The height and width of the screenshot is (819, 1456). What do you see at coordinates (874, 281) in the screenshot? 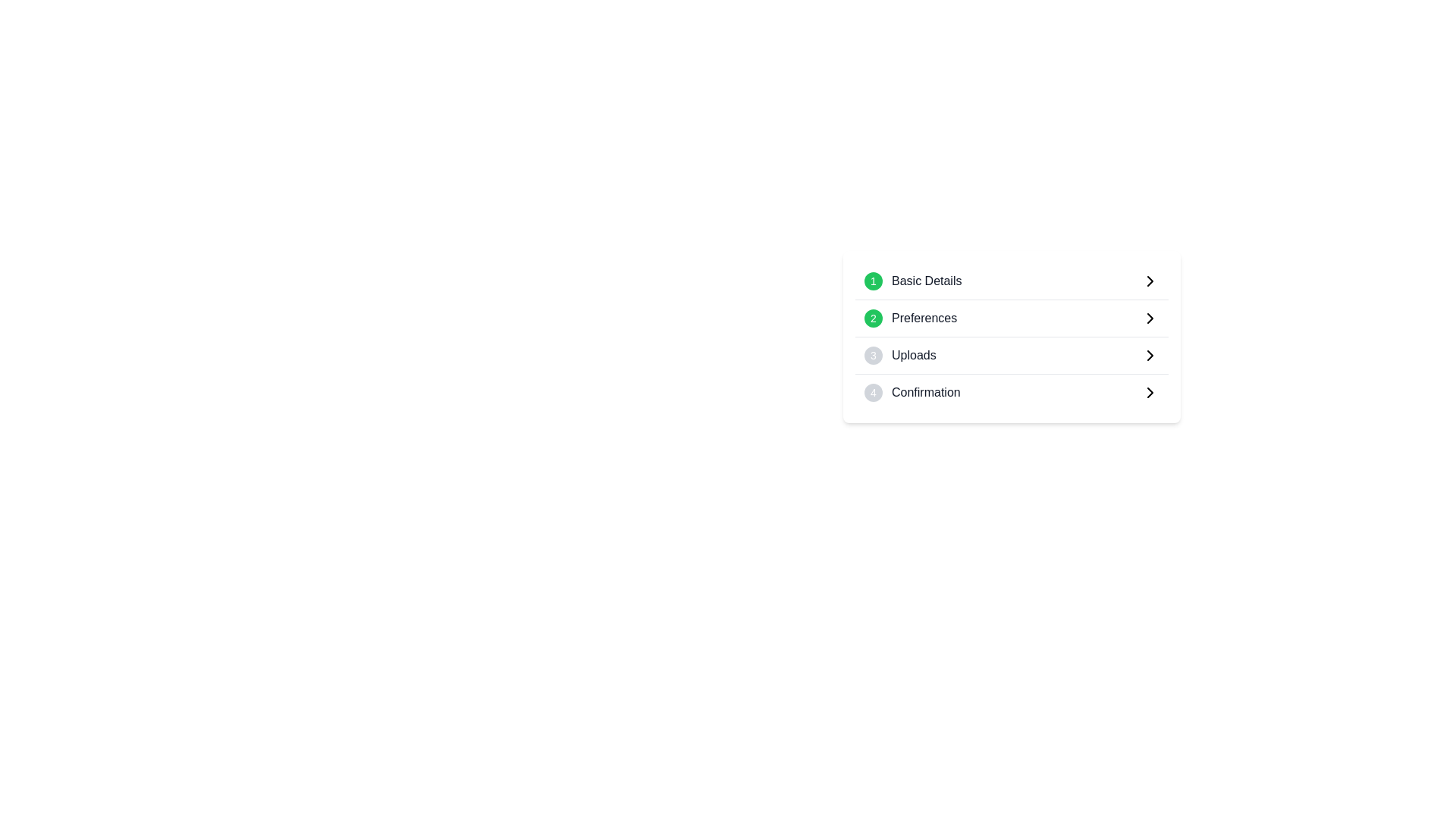
I see `the Circular indicator with text, which serves as a visual marker for the first step in a multi-step process, located to the left of 'Basic Details'` at bounding box center [874, 281].